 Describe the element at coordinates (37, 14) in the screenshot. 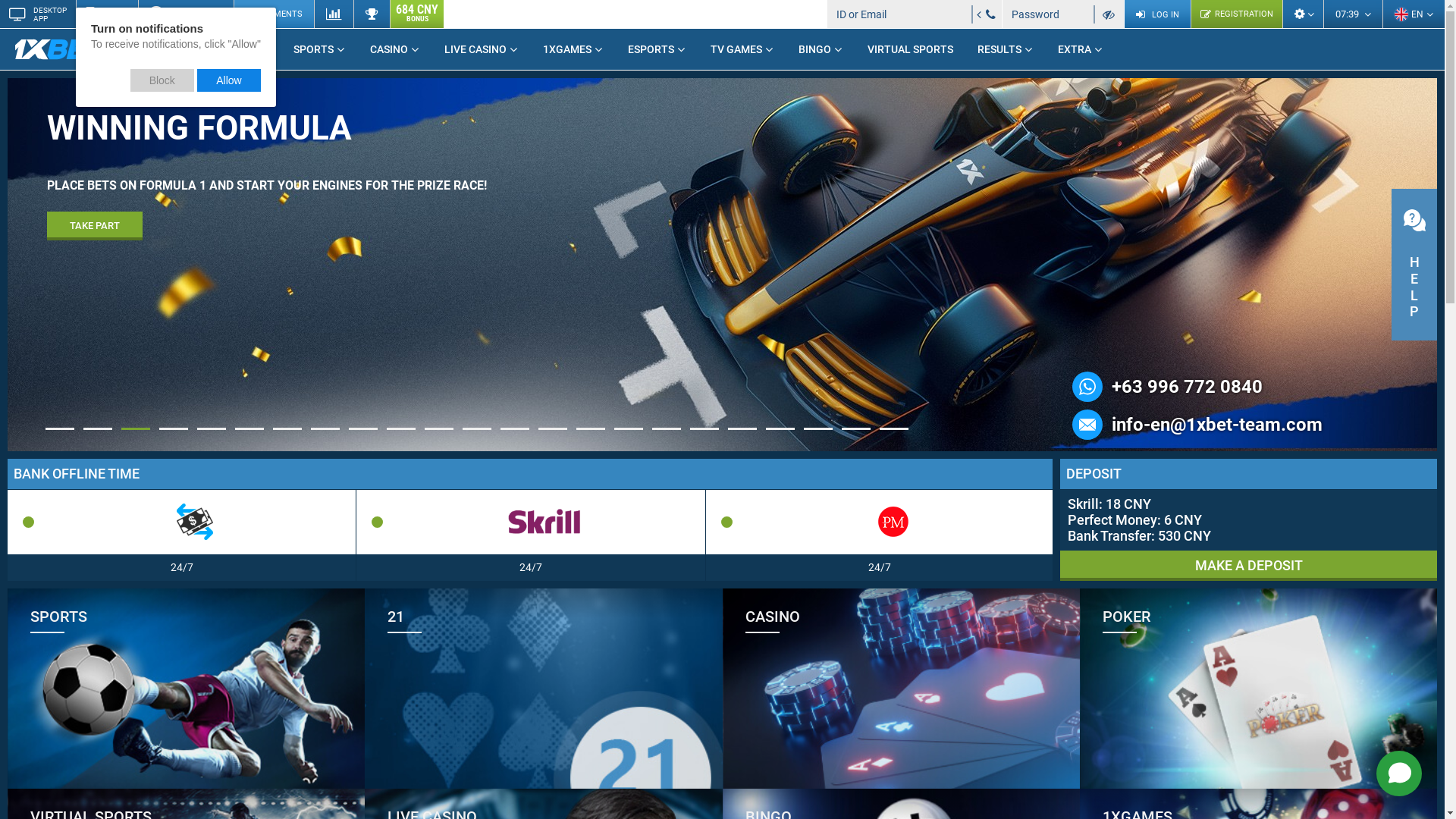

I see `'DESKTOP` at that location.